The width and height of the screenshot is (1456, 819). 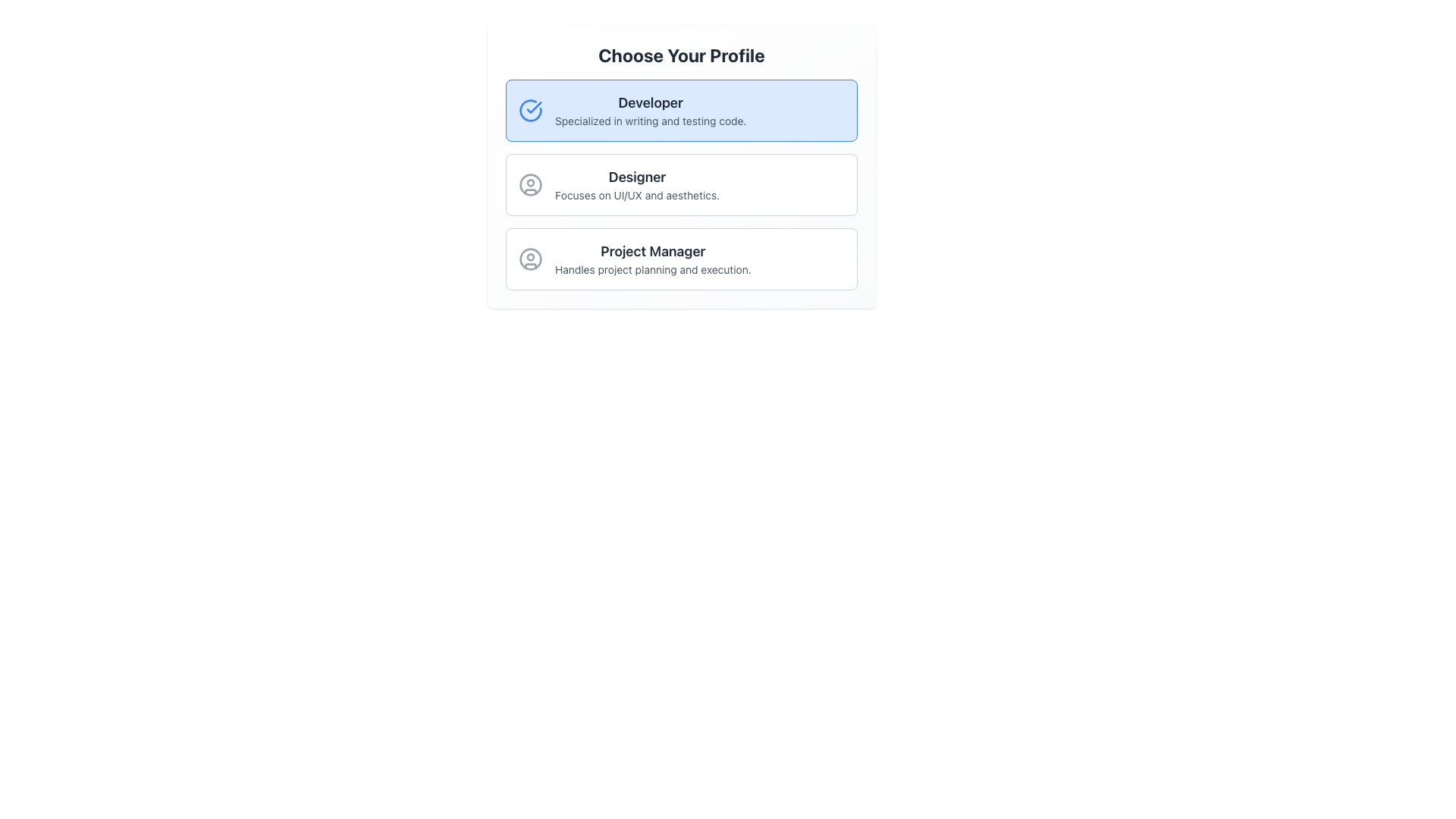 What do you see at coordinates (680, 110) in the screenshot?
I see `the 'Developer' button with a light blue background and checkmark icon` at bounding box center [680, 110].